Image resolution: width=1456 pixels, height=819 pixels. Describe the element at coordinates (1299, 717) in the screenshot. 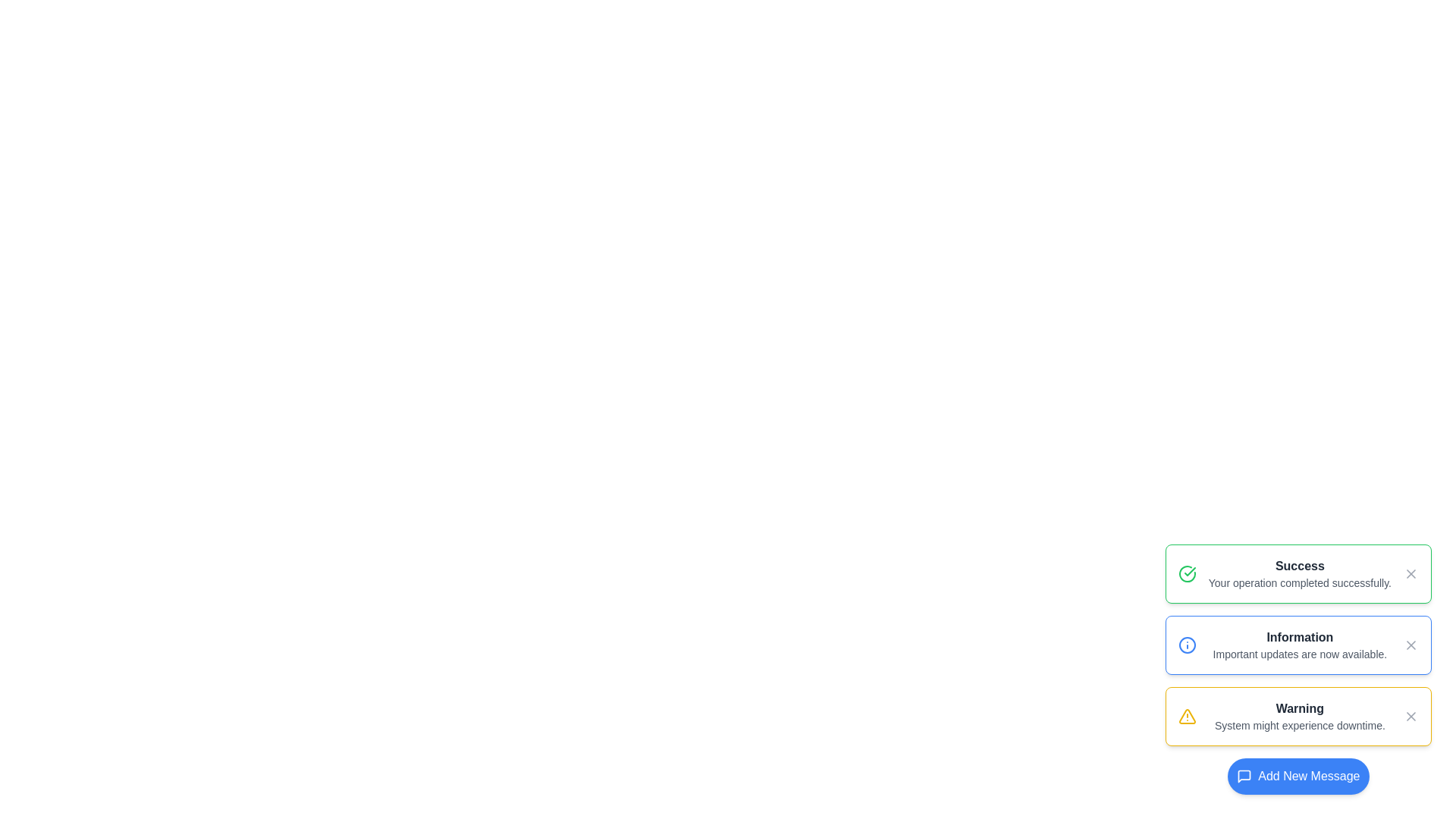

I see `the 'Warning' notification box that displays the text 'Warning' in bold and 'System might experience downtime.' in smaller text, located in the bottom-right corner of the interface` at that location.